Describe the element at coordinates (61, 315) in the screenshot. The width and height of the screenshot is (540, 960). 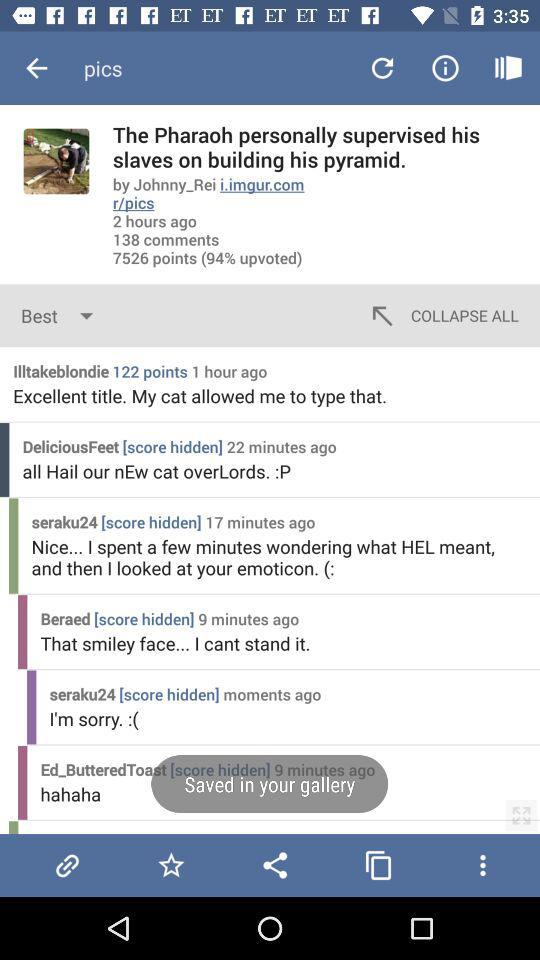
I see `the item to the left of the collapse all` at that location.